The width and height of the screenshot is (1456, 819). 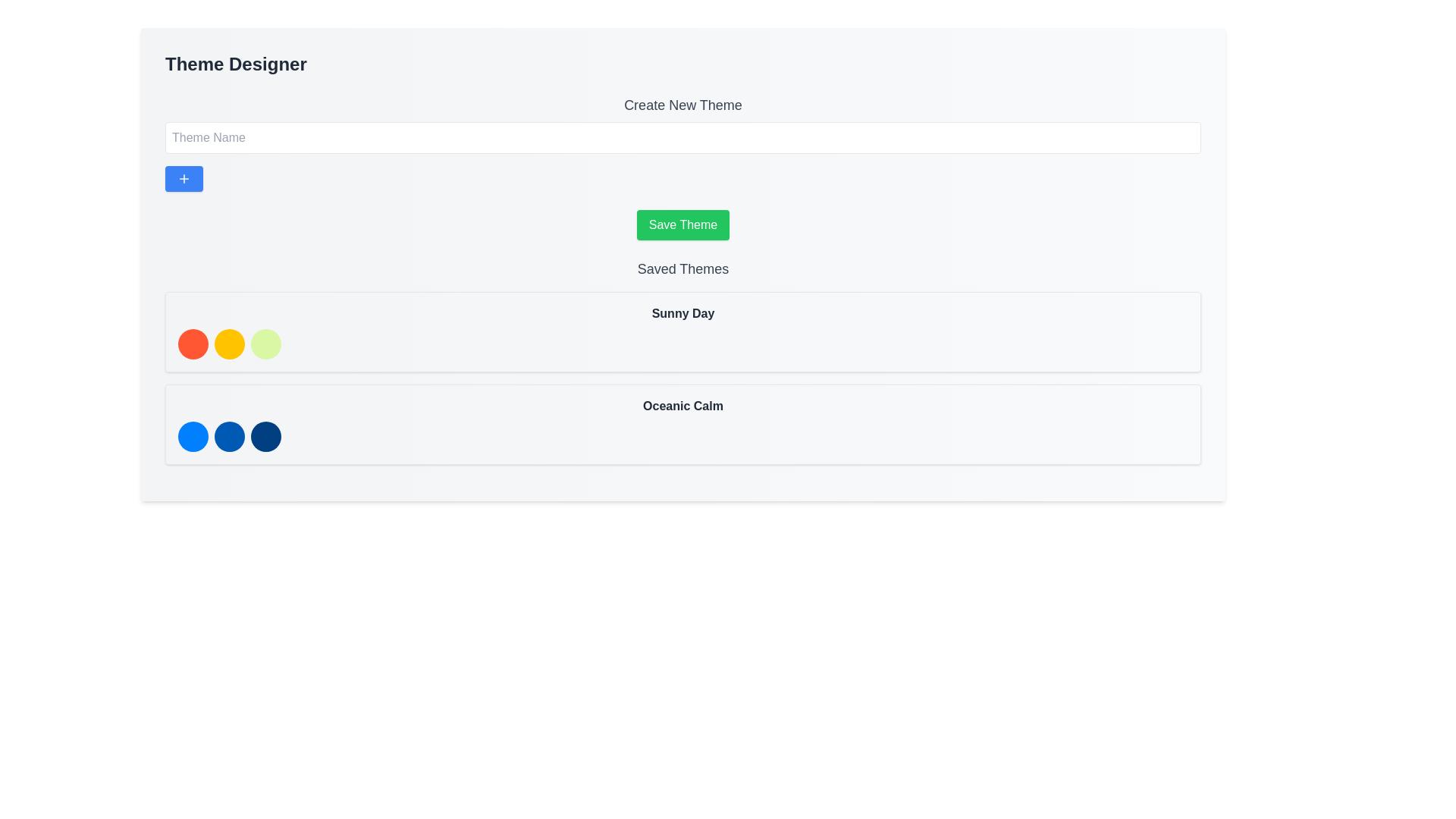 What do you see at coordinates (235, 63) in the screenshot?
I see `the static text header reading 'Theme Designer', which is styled in bold and large font, located near the top left of the interface above the 'Theme Name' input field` at bounding box center [235, 63].